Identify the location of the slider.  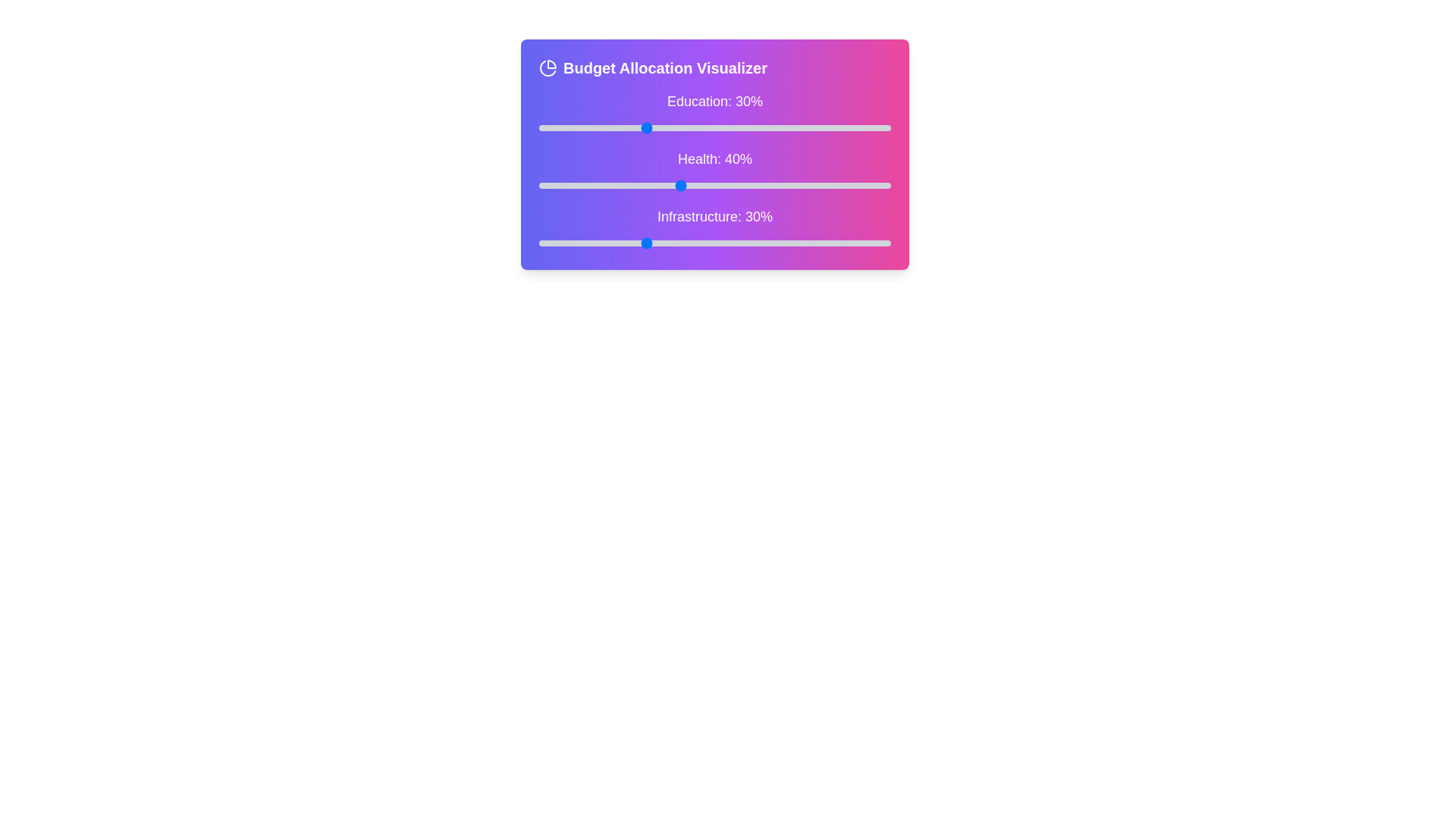
(542, 242).